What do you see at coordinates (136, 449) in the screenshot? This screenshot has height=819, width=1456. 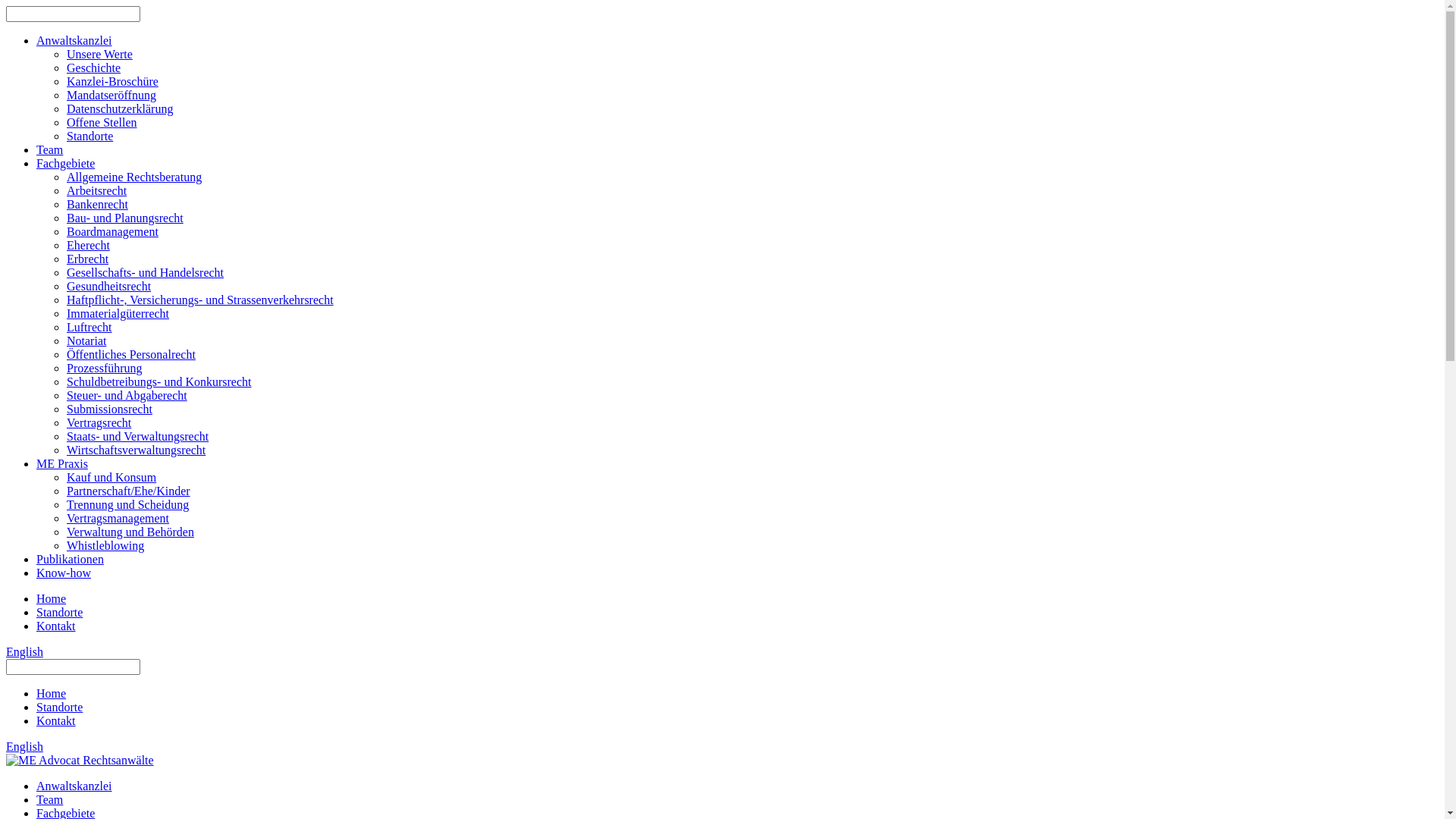 I see `'Wirtschaftsverwaltungsrecht'` at bounding box center [136, 449].